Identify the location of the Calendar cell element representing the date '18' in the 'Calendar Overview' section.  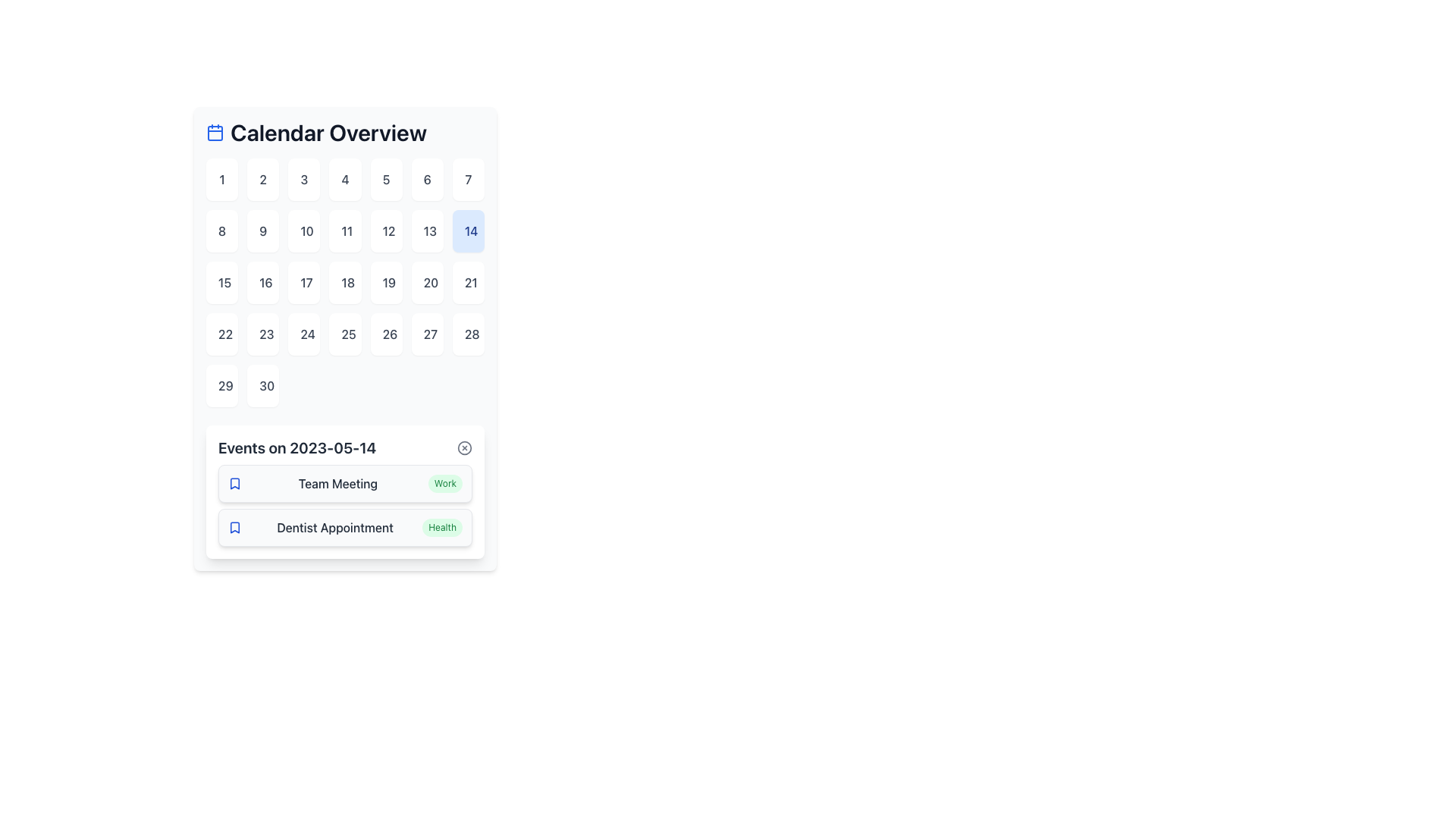
(344, 283).